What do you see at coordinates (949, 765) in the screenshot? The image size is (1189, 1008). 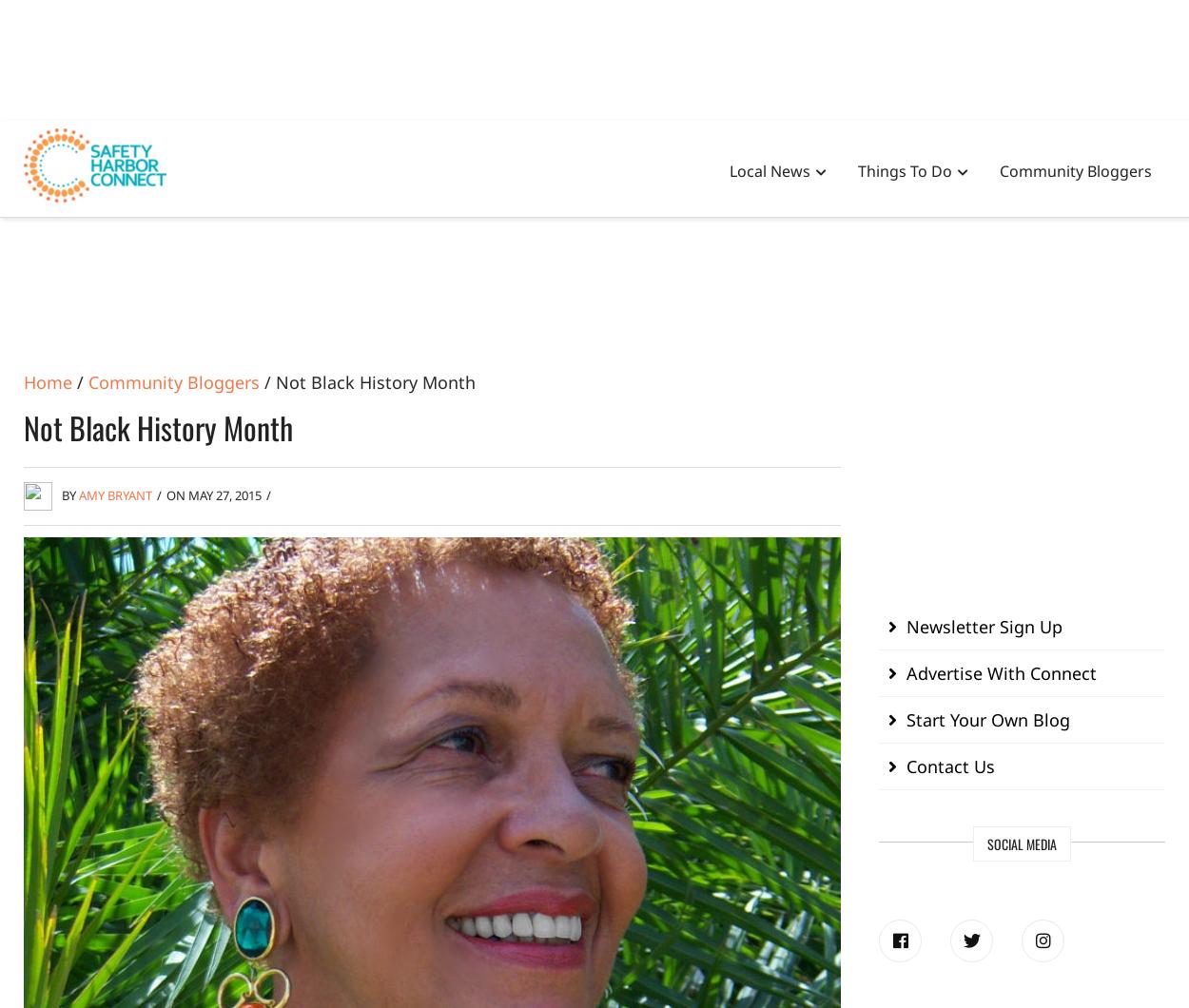 I see `'Contact Us'` at bounding box center [949, 765].